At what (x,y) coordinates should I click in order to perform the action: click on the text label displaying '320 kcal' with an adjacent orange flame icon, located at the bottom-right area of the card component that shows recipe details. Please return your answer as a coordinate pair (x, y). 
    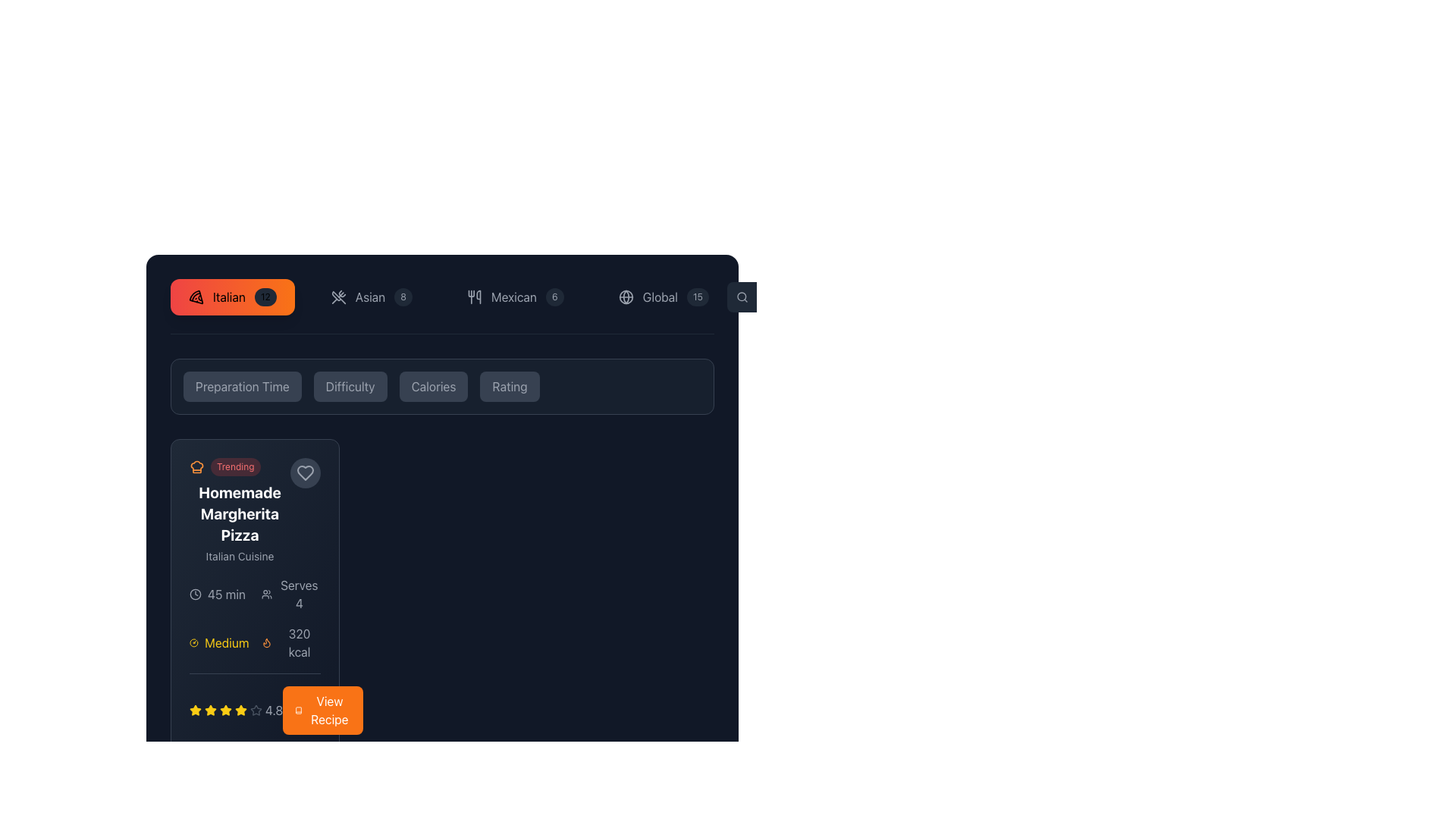
    Looking at the image, I should click on (290, 643).